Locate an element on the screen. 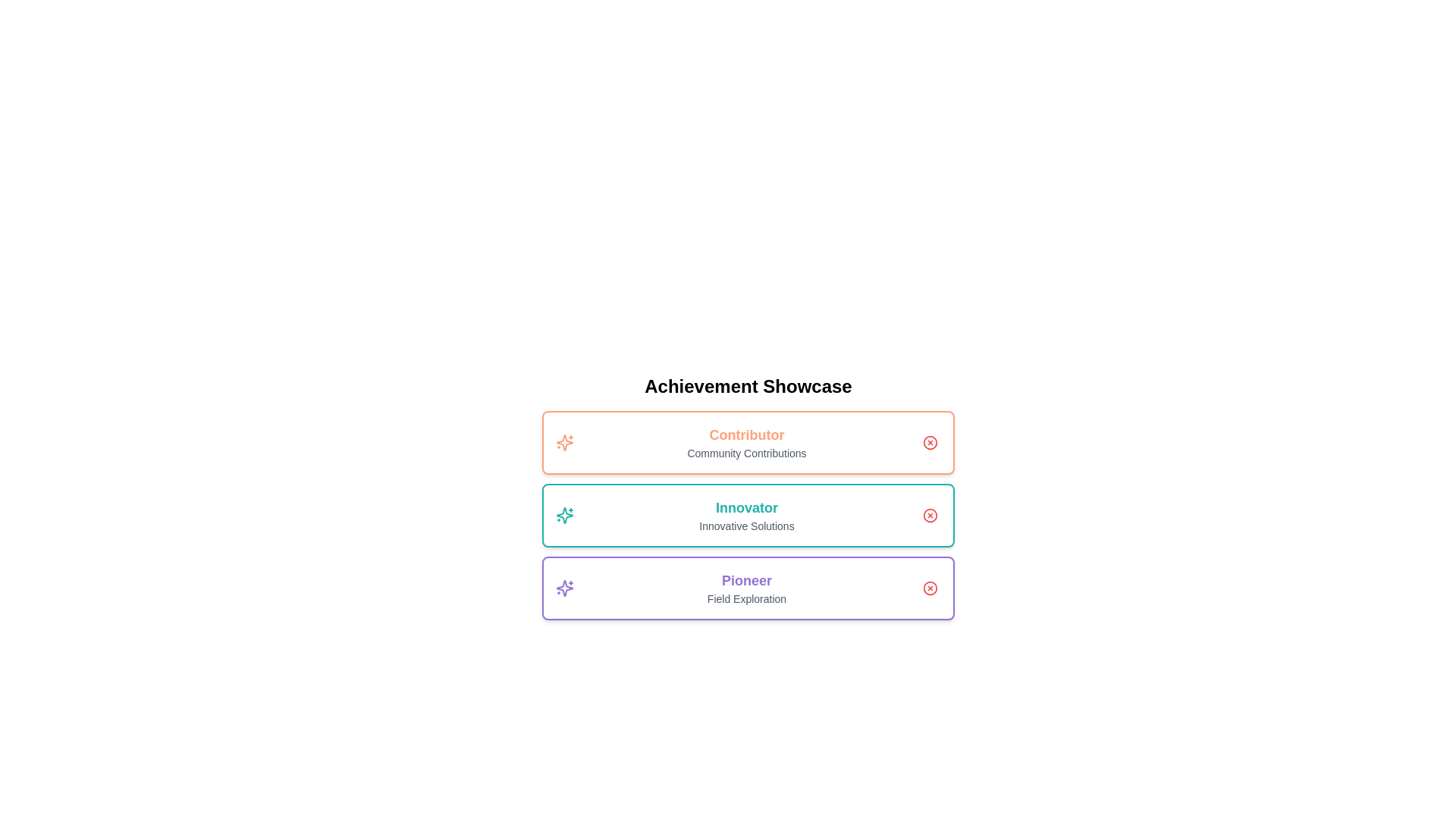  the text of the achievement to select it is located at coordinates (746, 435).